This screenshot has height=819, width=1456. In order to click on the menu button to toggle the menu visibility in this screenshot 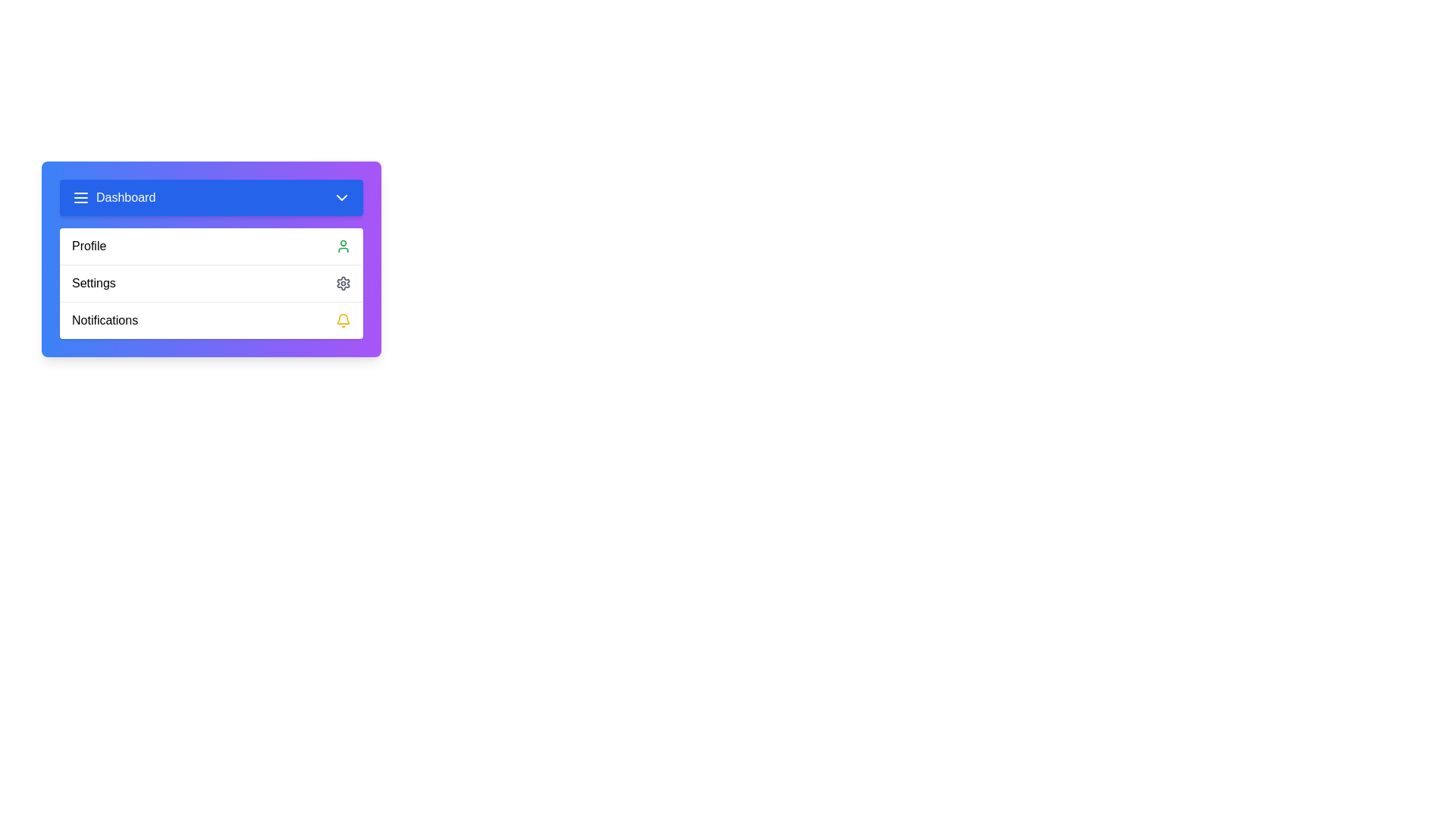, I will do `click(210, 197)`.